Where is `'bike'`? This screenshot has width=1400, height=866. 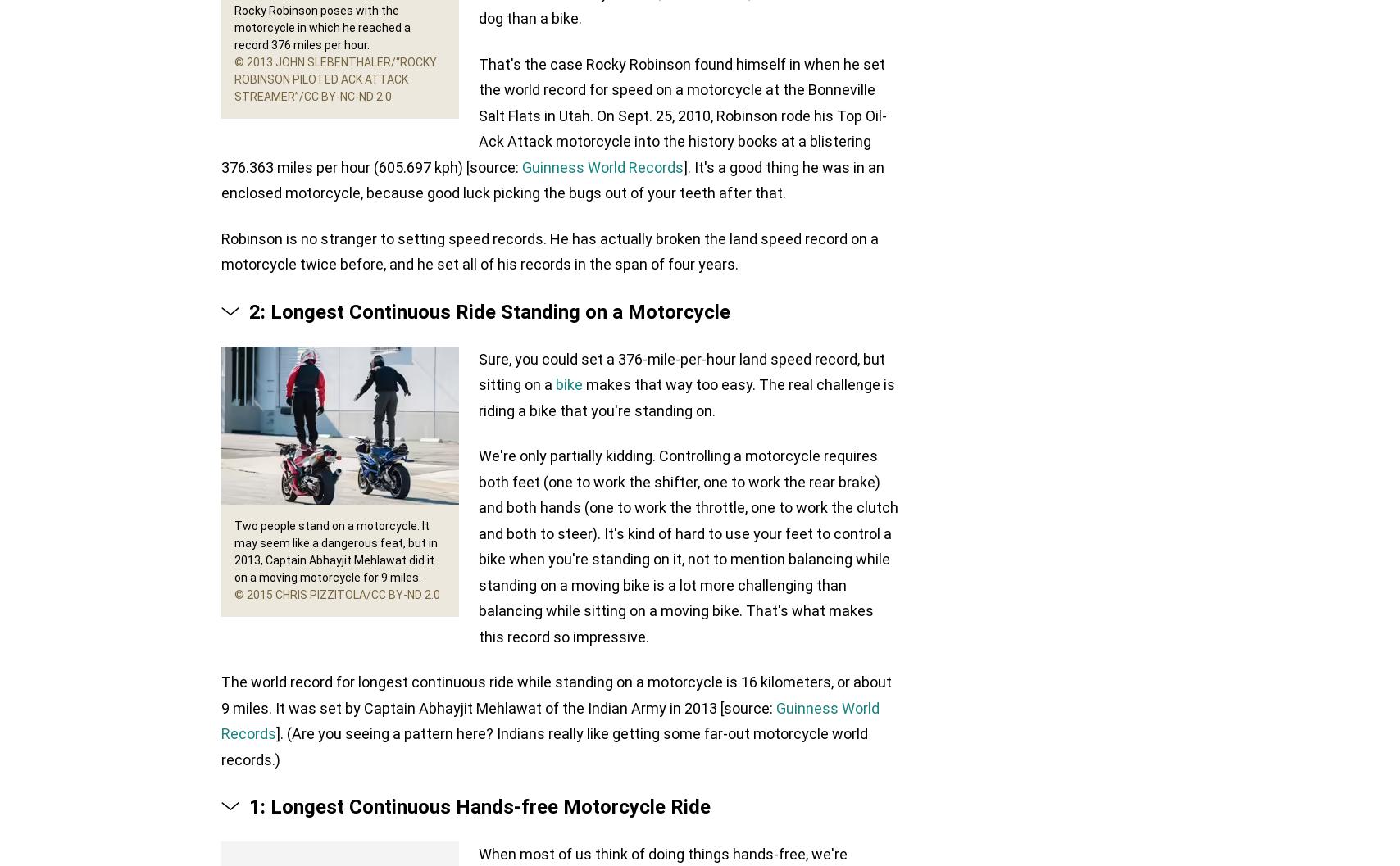
'bike' is located at coordinates (569, 384).